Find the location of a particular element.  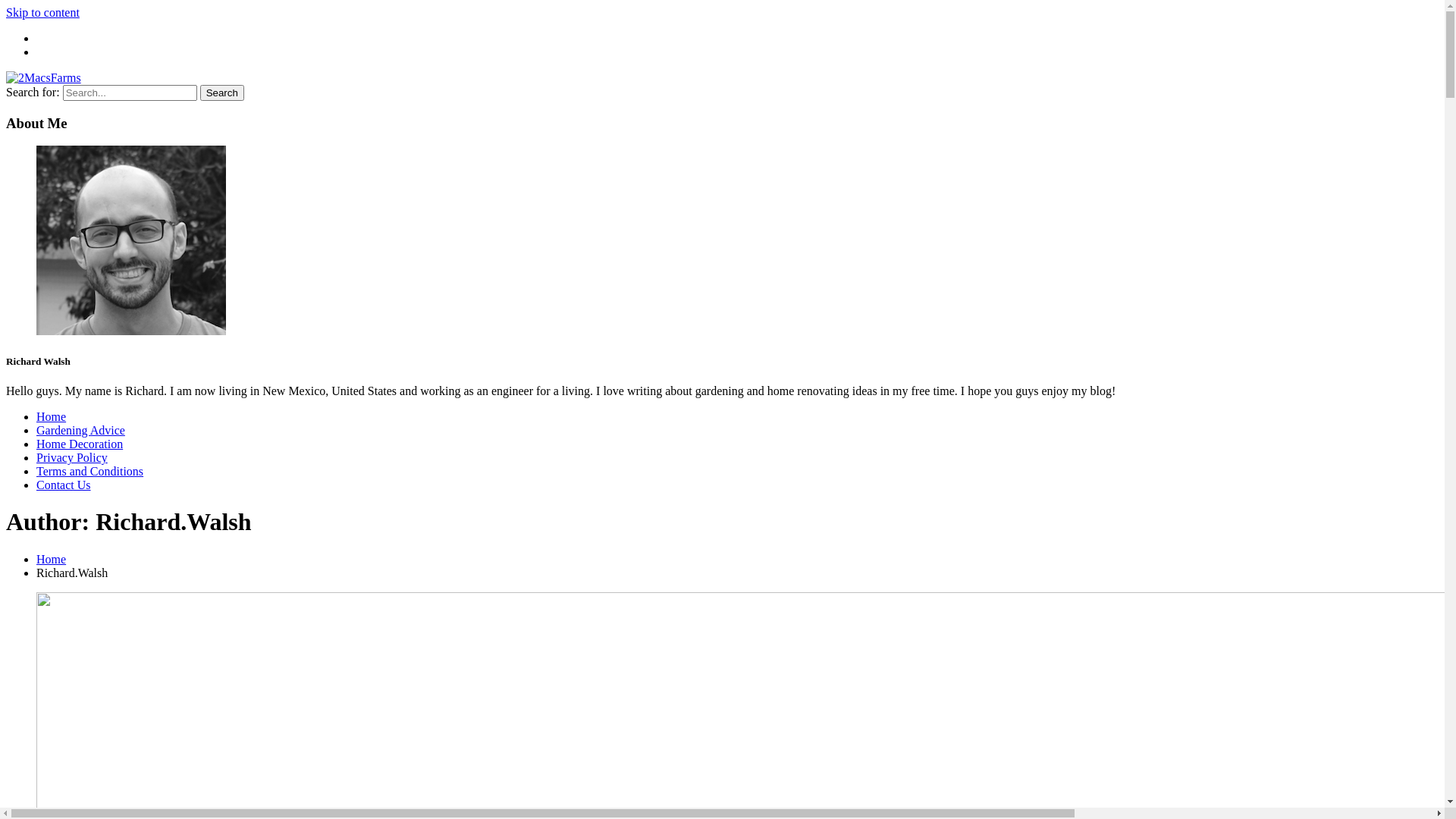

'Home' is located at coordinates (36, 559).